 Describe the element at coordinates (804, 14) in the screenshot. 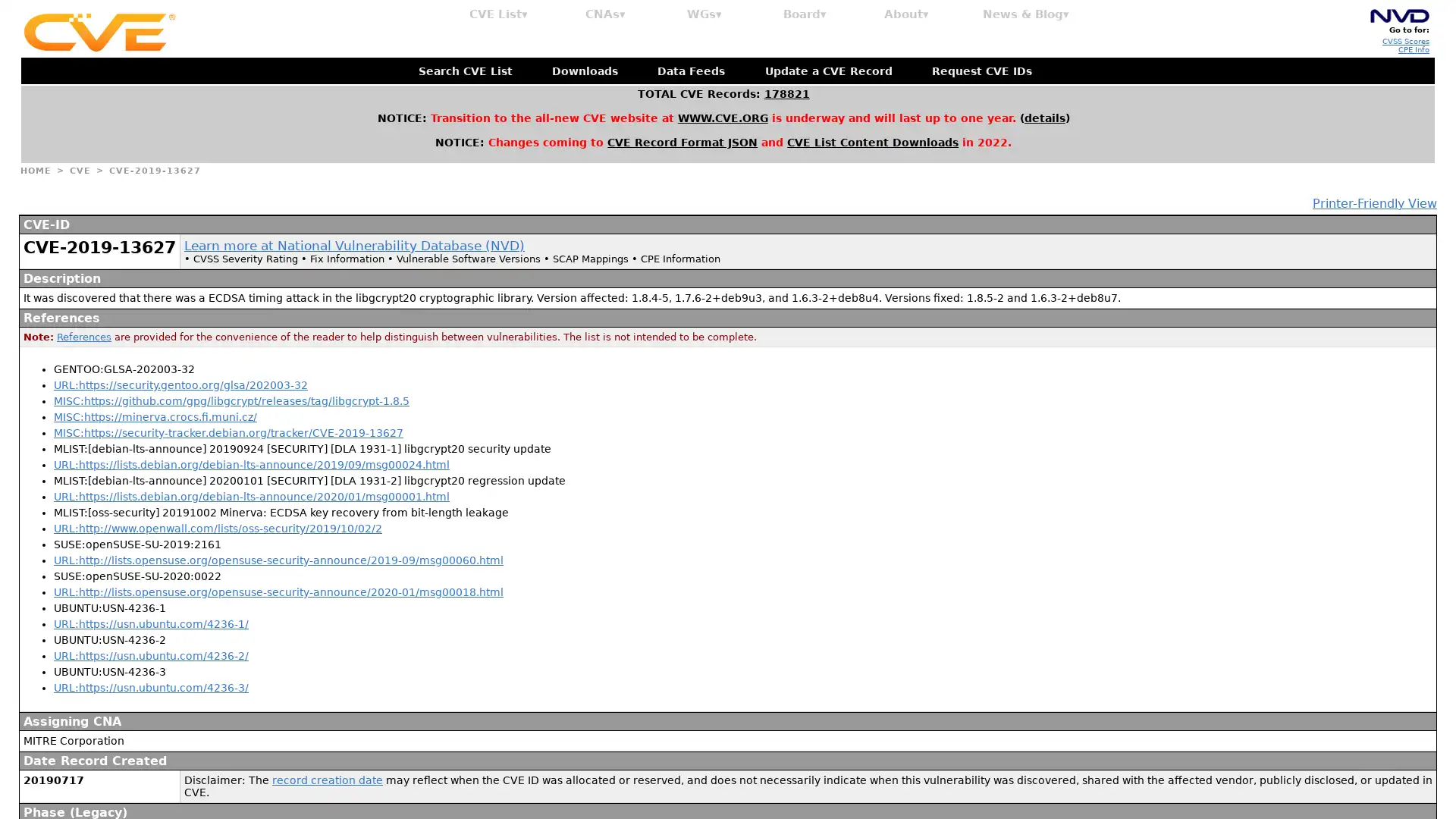

I see `Board` at that location.